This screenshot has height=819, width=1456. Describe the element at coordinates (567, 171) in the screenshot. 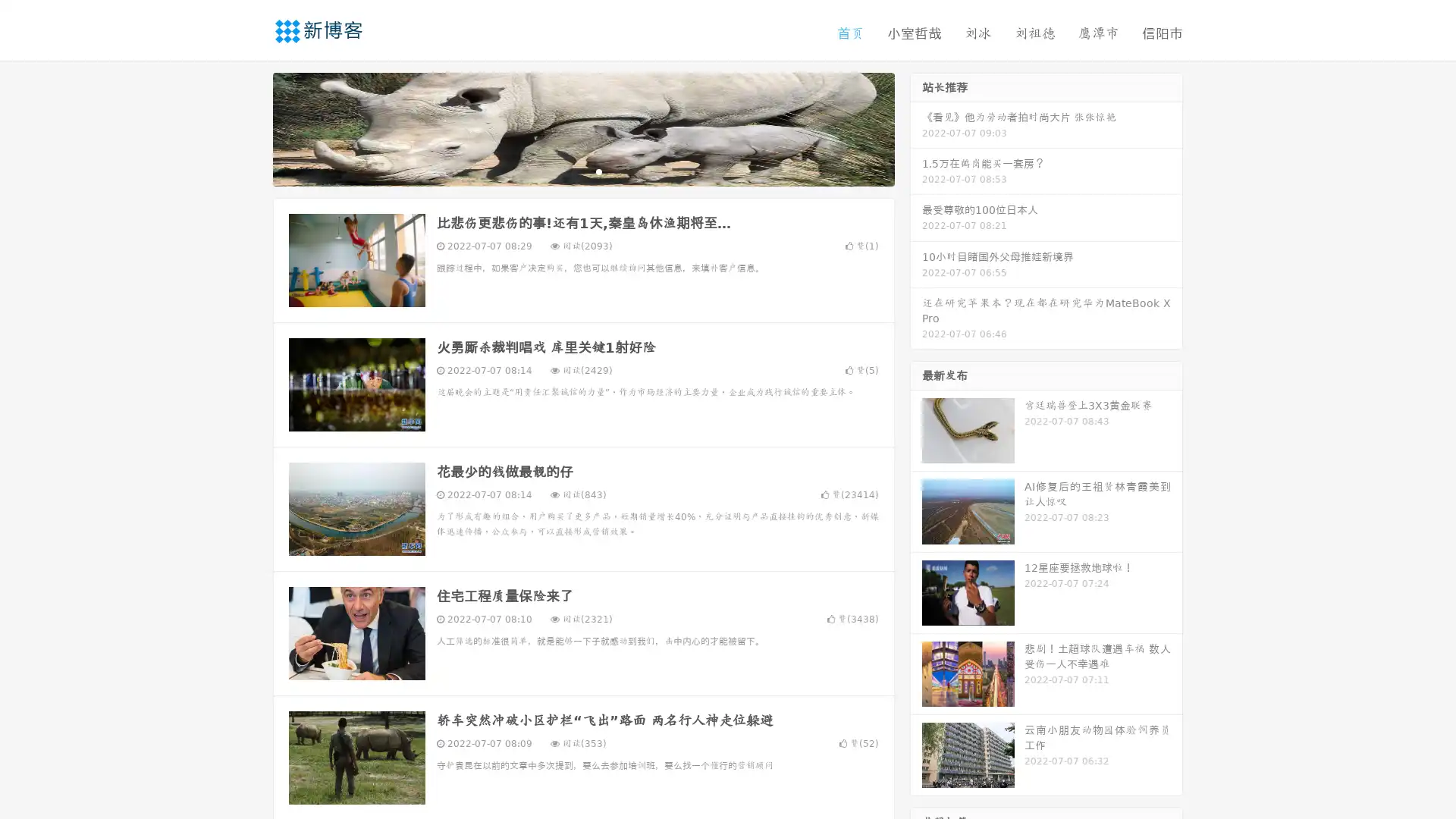

I see `Go to slide 1` at that location.